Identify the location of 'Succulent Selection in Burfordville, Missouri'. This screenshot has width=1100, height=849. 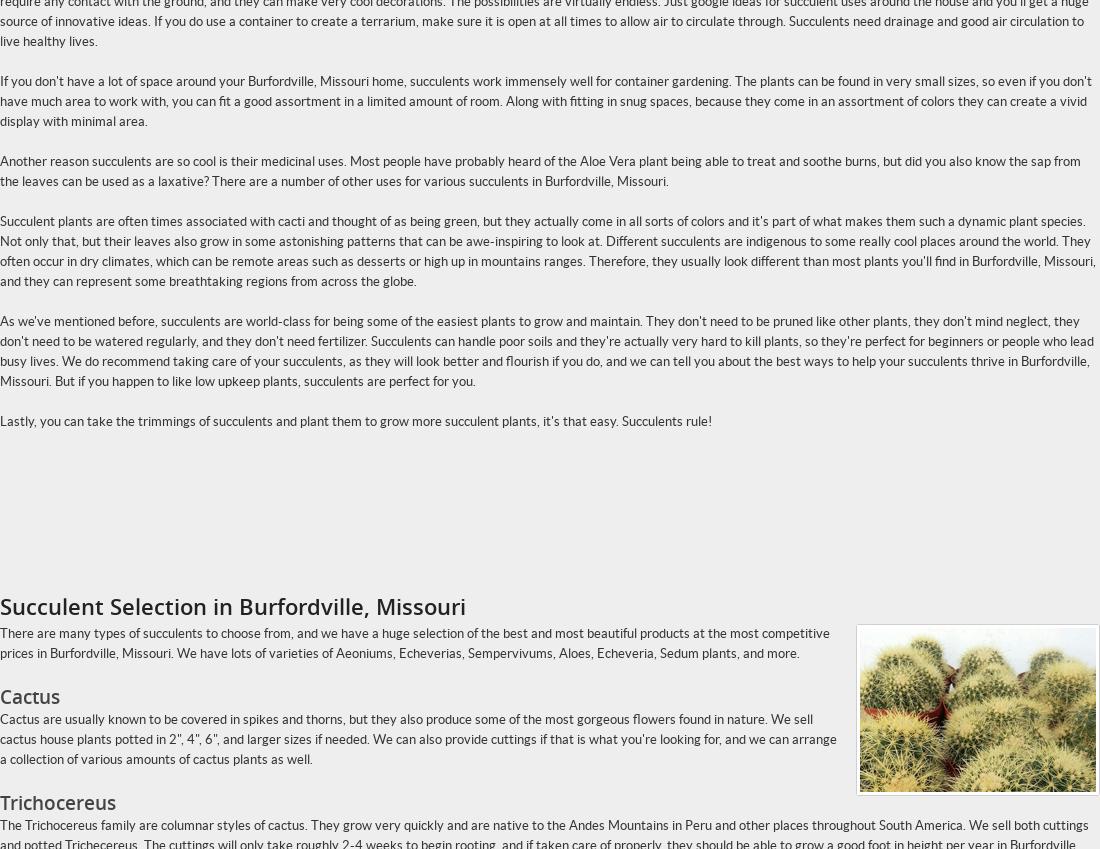
(232, 606).